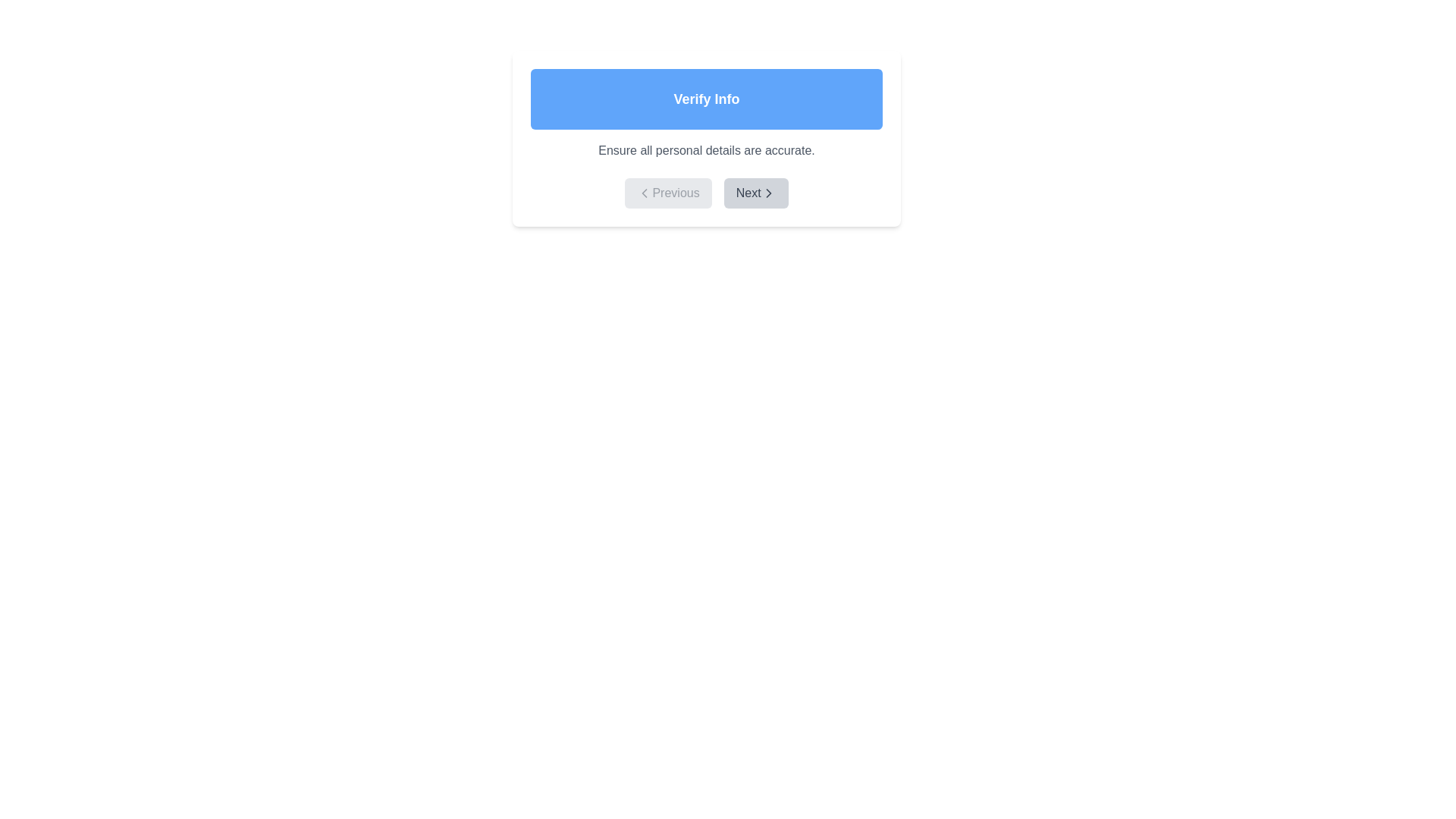 This screenshot has height=819, width=1456. What do you see at coordinates (705, 138) in the screenshot?
I see `prompt on the white rectangular panel which contains the text 'Ensure all personal details are accurate'` at bounding box center [705, 138].